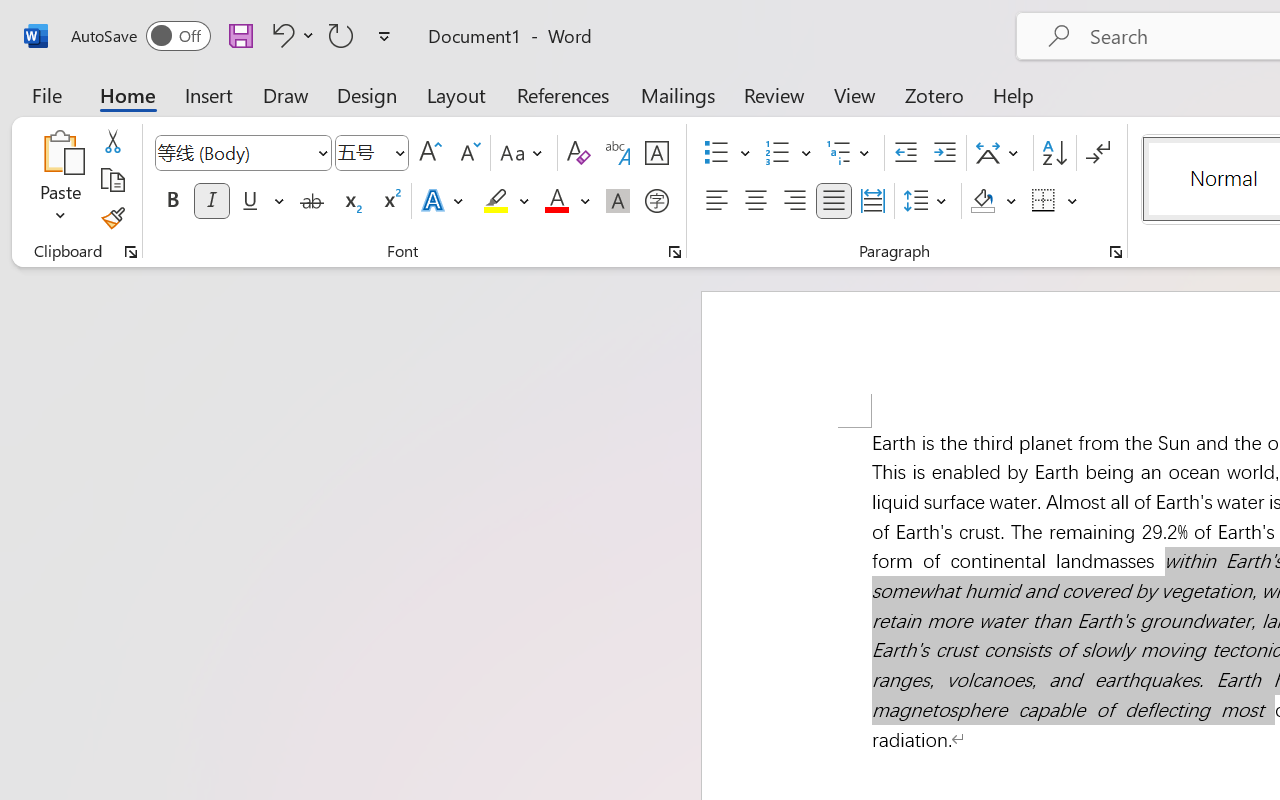 The image size is (1280, 800). I want to click on 'Change Case', so click(524, 153).